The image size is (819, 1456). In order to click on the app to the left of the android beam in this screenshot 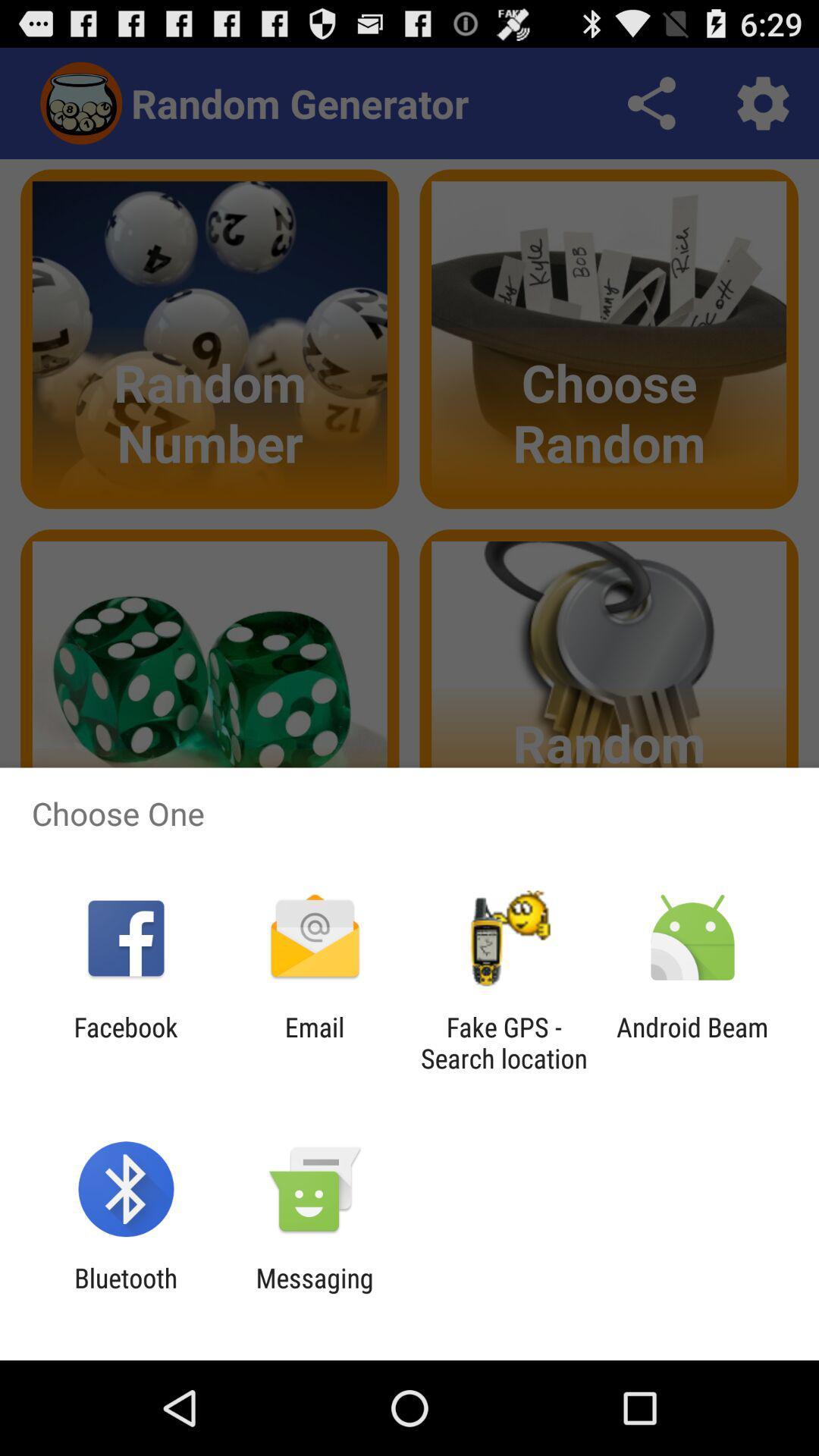, I will do `click(504, 1042)`.